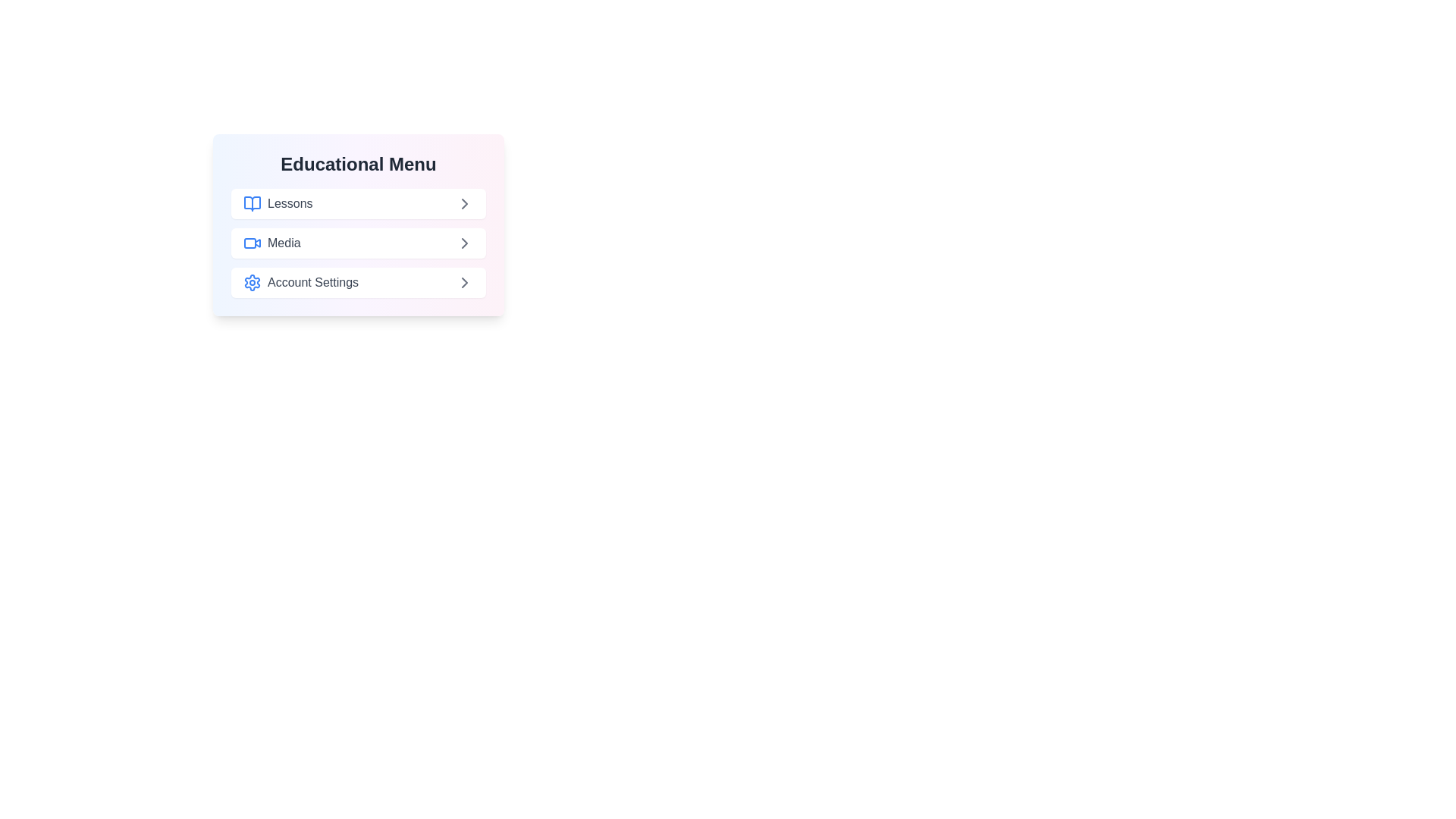 Image resolution: width=1456 pixels, height=819 pixels. What do you see at coordinates (252, 283) in the screenshot?
I see `the settings icon located to the left of the 'Account Settings' text in the third row of the Educational Menu` at bounding box center [252, 283].